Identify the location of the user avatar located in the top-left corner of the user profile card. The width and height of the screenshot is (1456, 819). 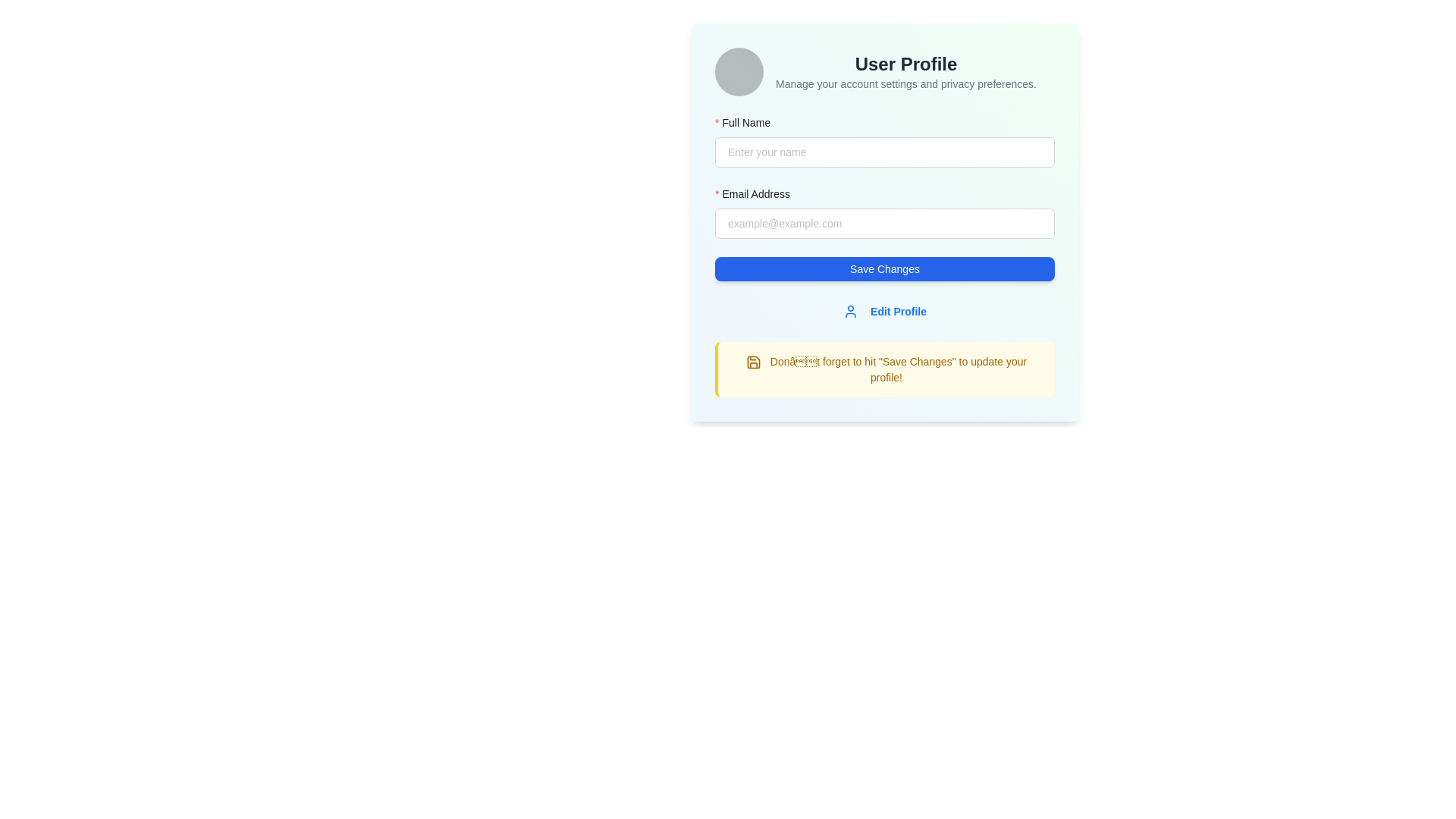
(739, 72).